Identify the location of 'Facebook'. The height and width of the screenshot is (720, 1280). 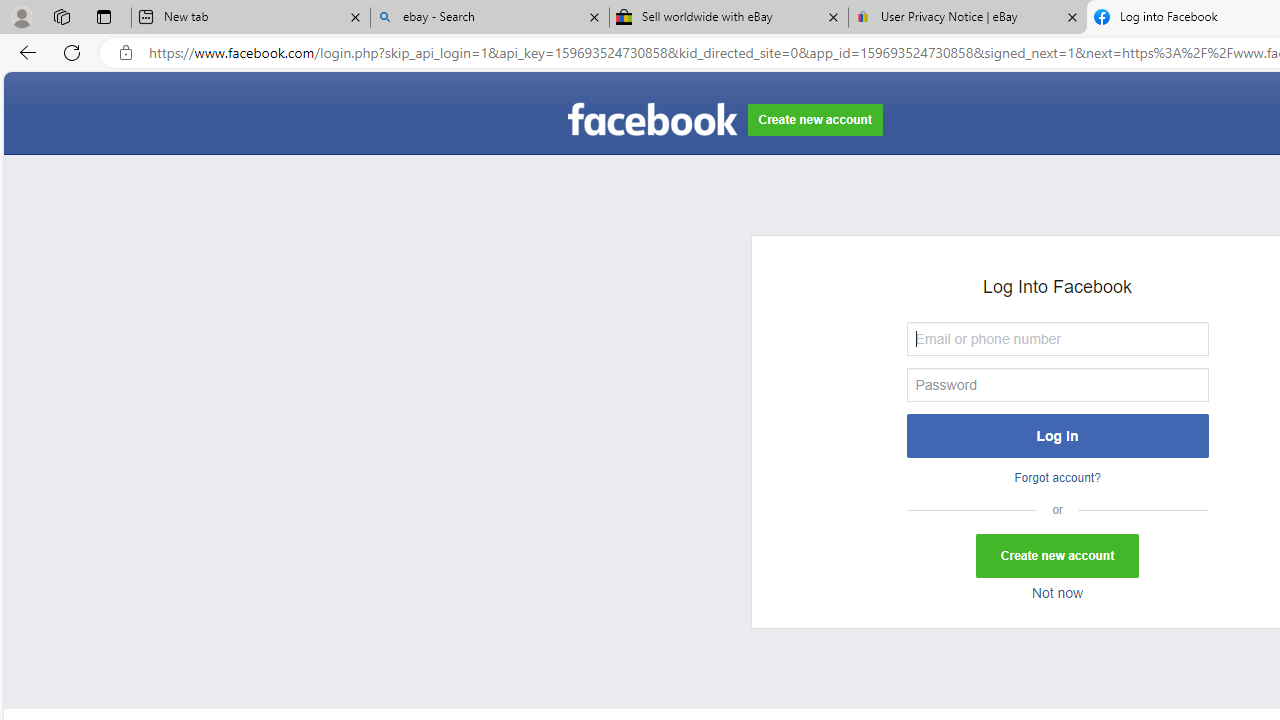
(652, 120).